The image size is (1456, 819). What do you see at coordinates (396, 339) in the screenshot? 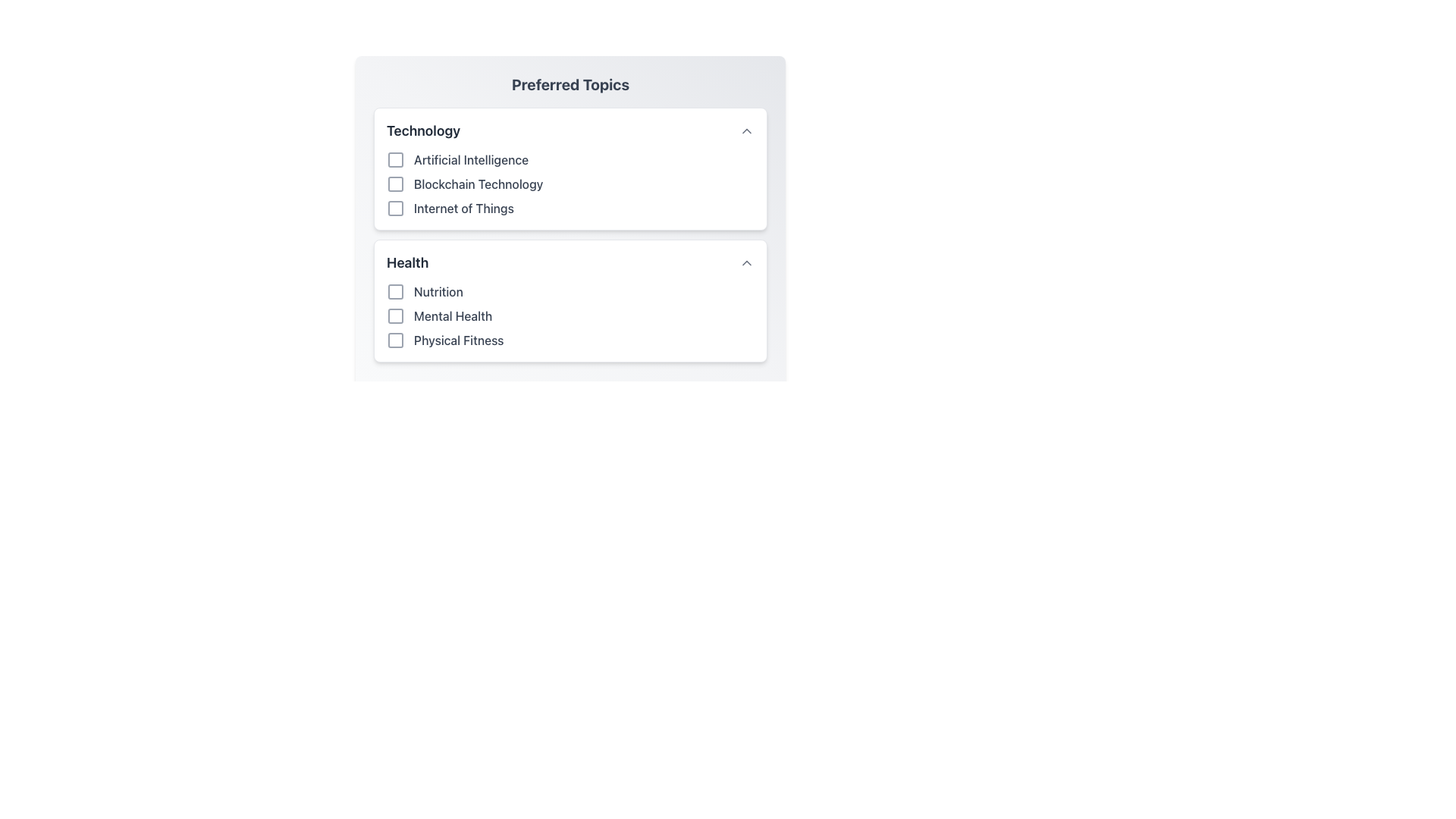
I see `the checkbox for 'Physical Fitness'` at bounding box center [396, 339].